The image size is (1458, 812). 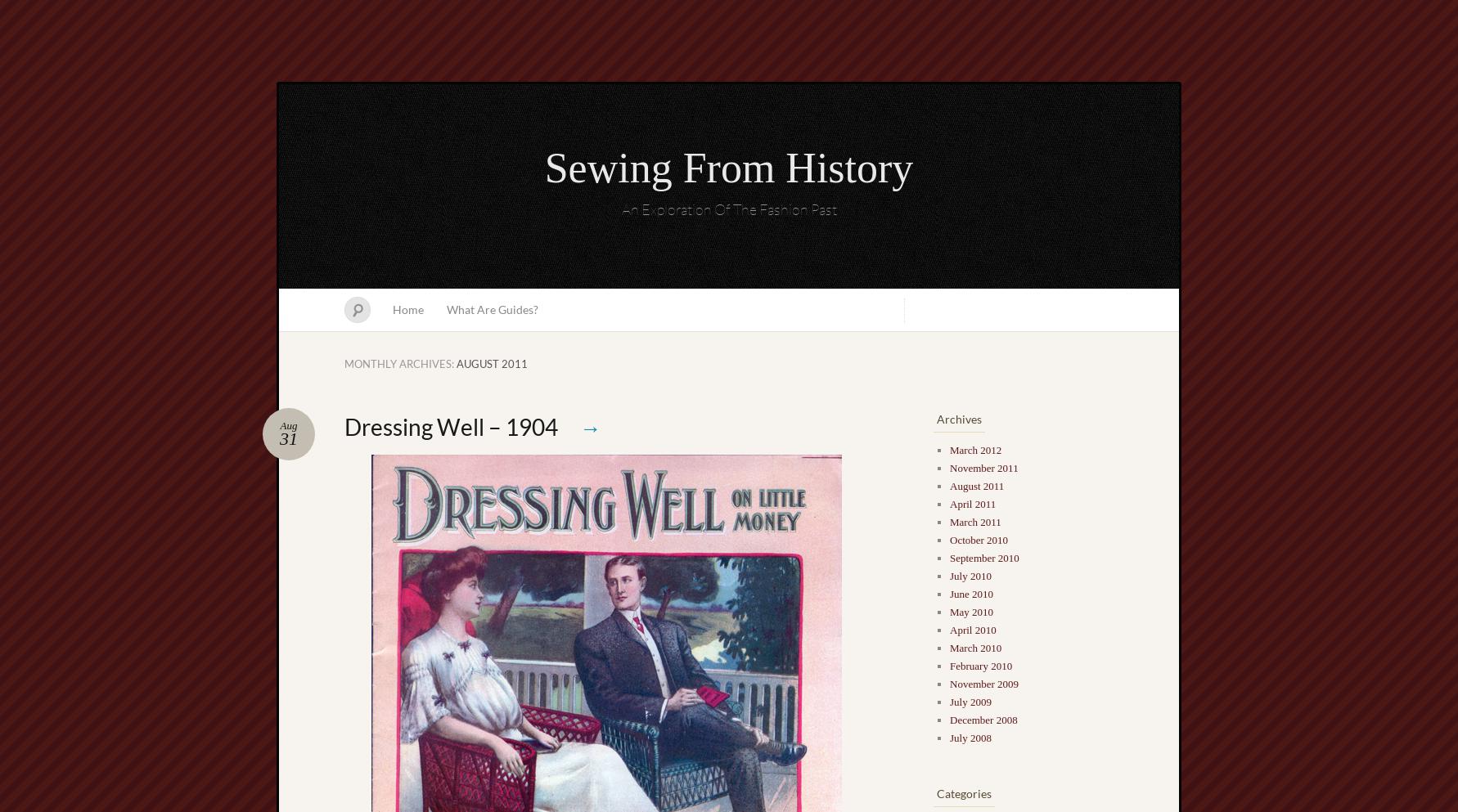 I want to click on 'December 2008', so click(x=982, y=720).